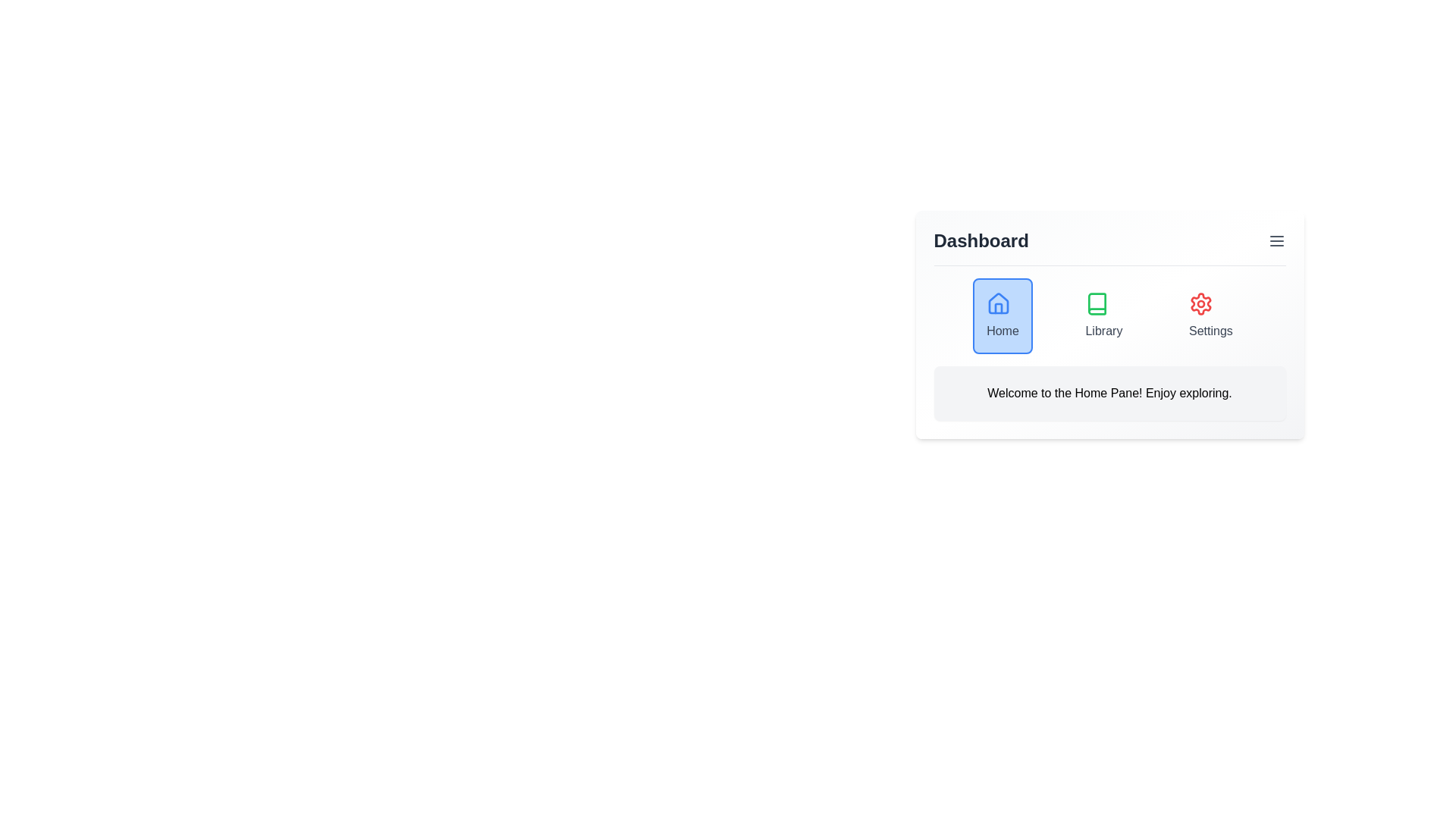 The width and height of the screenshot is (1456, 819). Describe the element at coordinates (1200, 304) in the screenshot. I see `the red gear-like icon` at that location.